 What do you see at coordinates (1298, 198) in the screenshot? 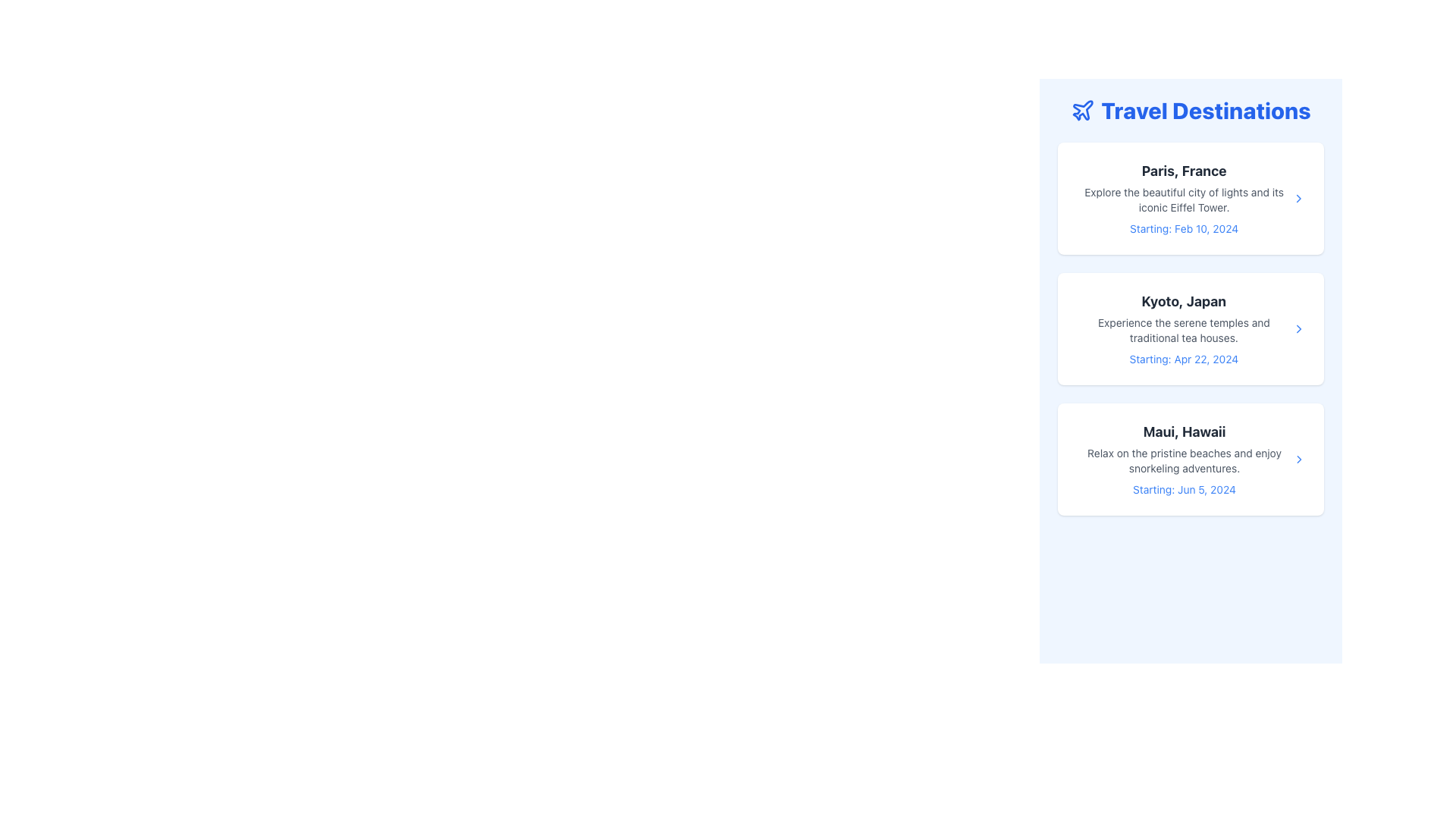
I see `the blue right-pointing chevron icon located to the right of the text 'Paris, France'` at bounding box center [1298, 198].